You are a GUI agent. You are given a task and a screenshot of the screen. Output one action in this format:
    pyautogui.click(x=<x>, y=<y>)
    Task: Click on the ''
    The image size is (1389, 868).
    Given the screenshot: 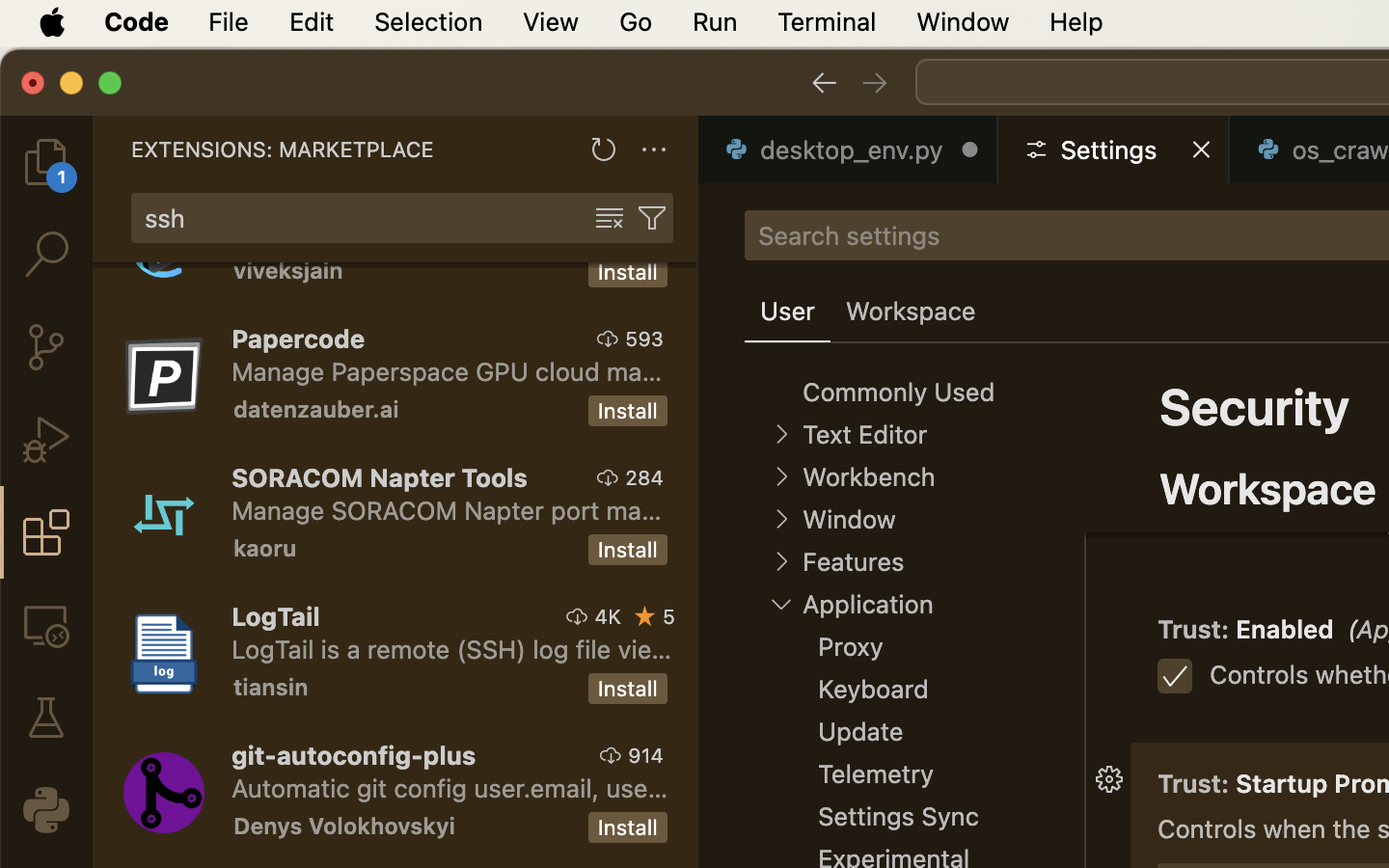 What is the action you would take?
    pyautogui.click(x=781, y=475)
    